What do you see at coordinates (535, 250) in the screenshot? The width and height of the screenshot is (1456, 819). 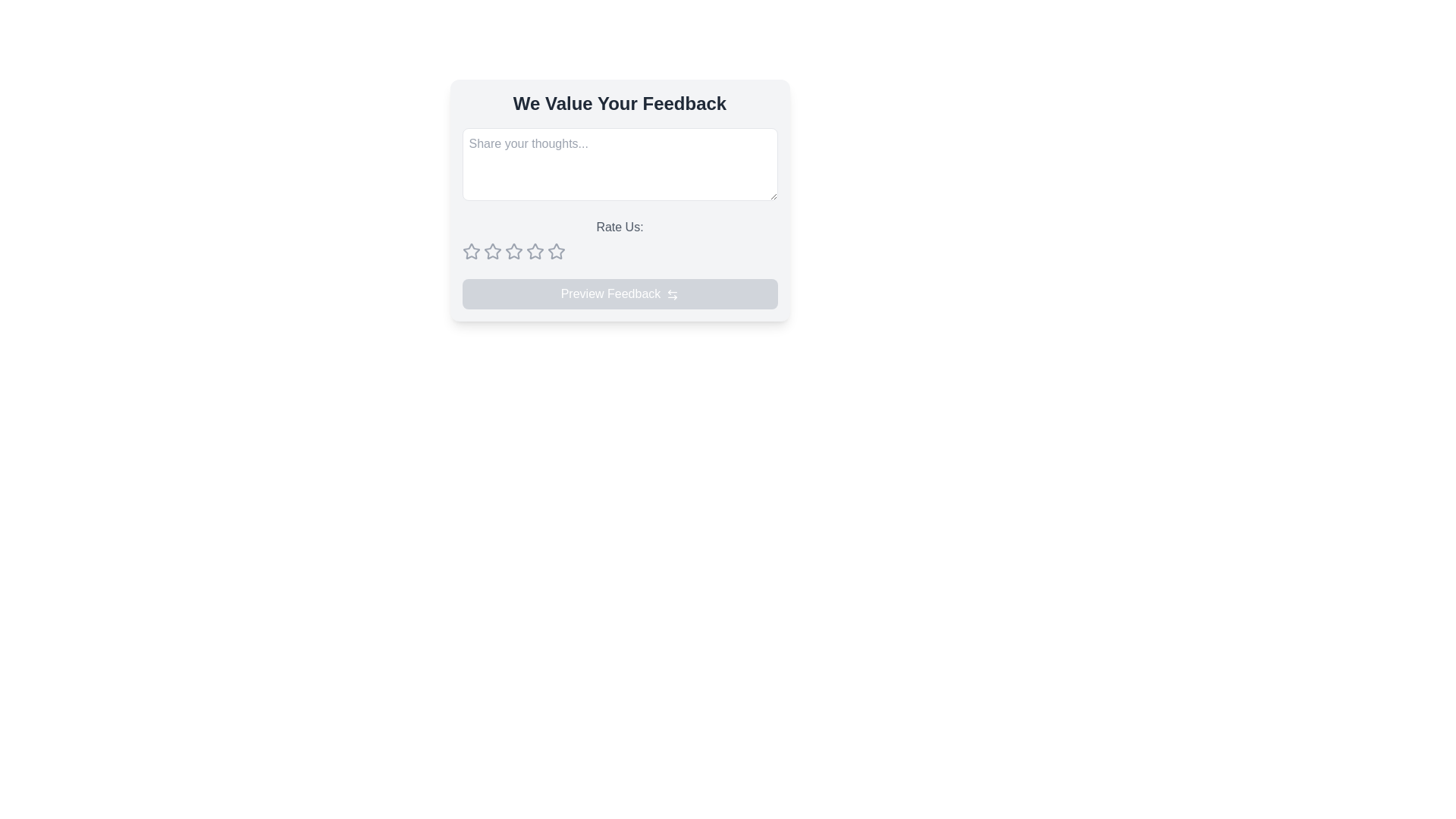 I see `the interactive star icon for ratings, which represents a middle rating (3 out of 5), located centrally in the 'Rate Us:' section beneath the input area of a feedback form` at bounding box center [535, 250].